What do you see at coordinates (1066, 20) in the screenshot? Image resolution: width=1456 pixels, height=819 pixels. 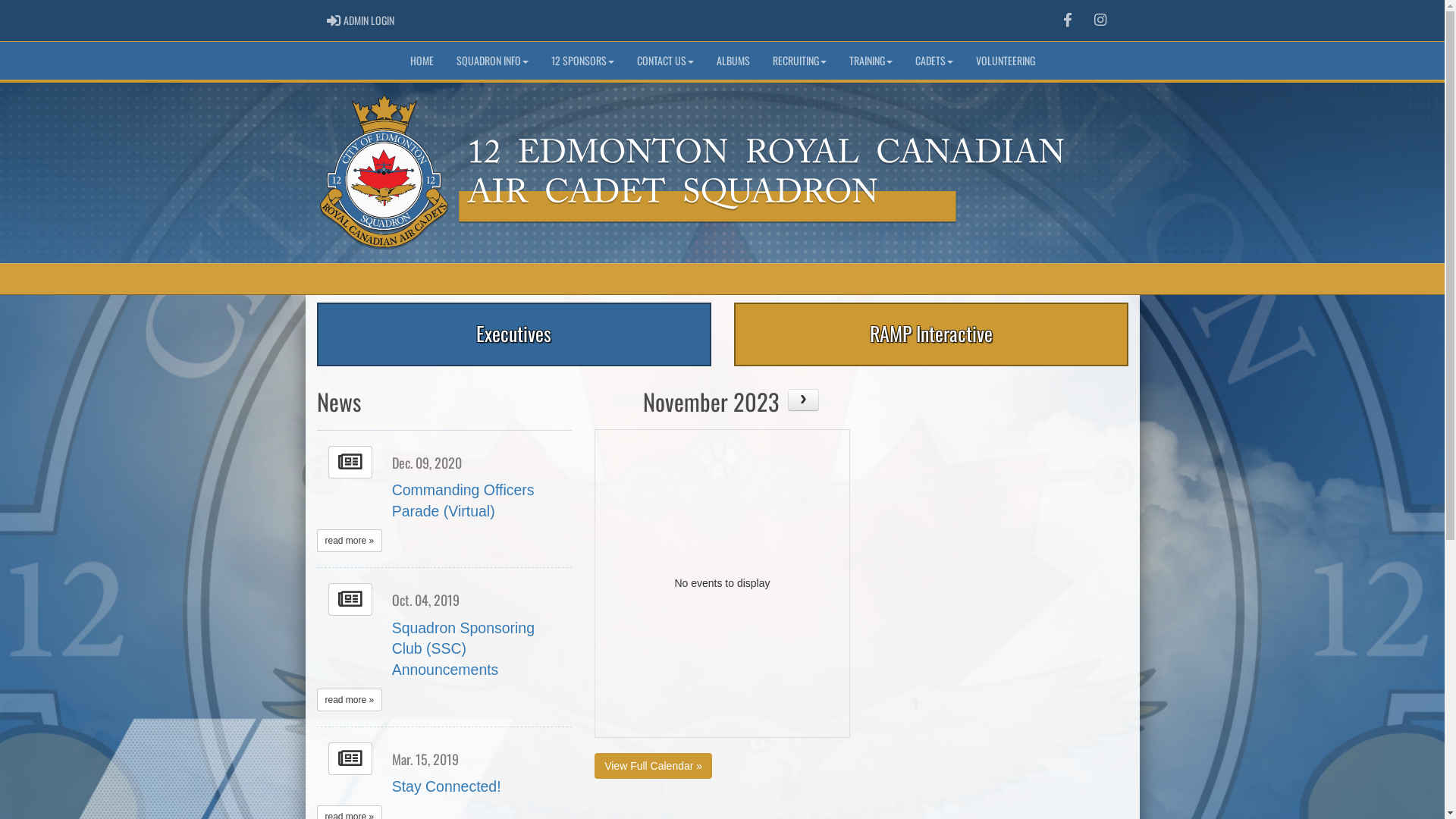 I see `'Facebook'` at bounding box center [1066, 20].